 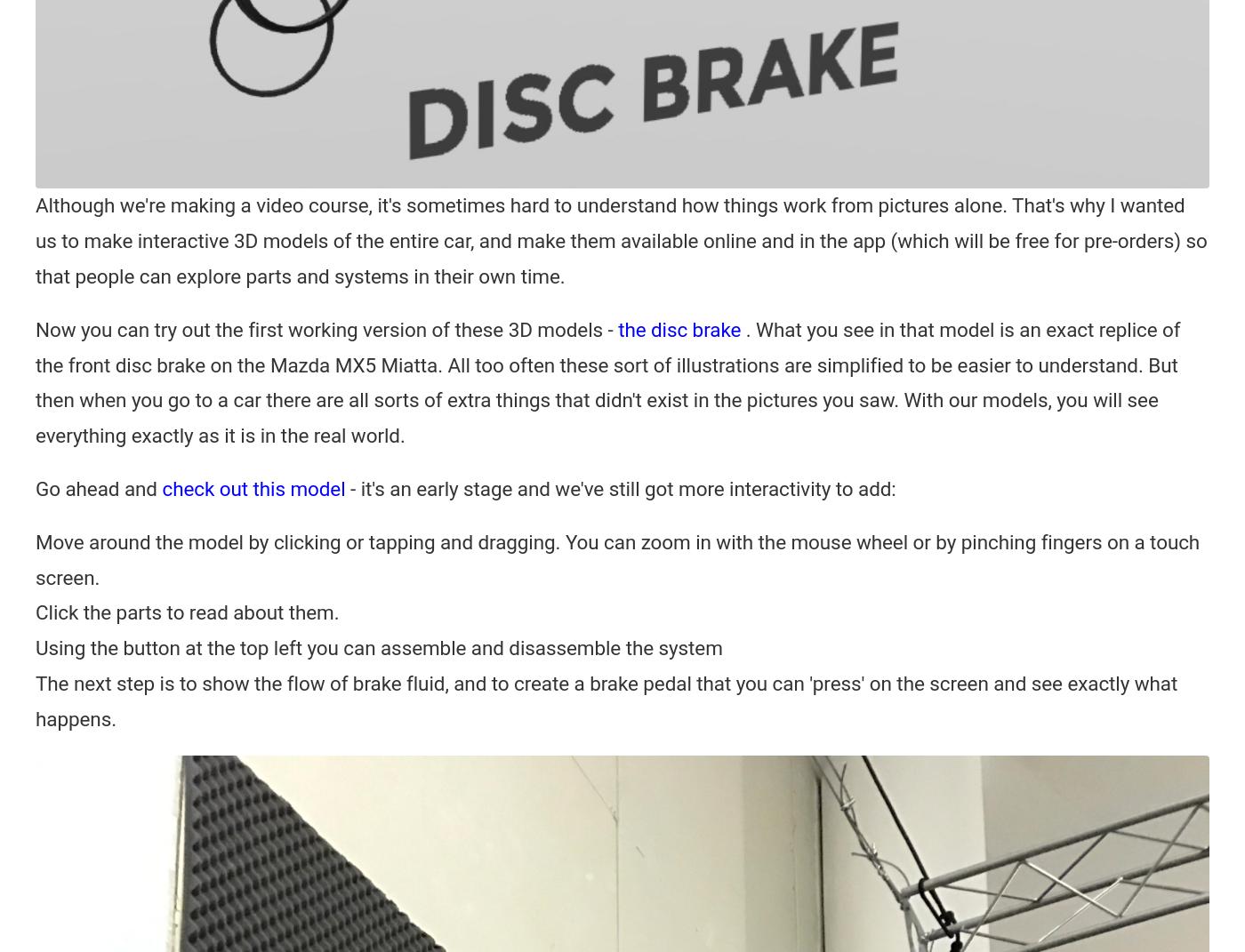 I want to click on 'Click the parts to read about them.', so click(x=36, y=611).